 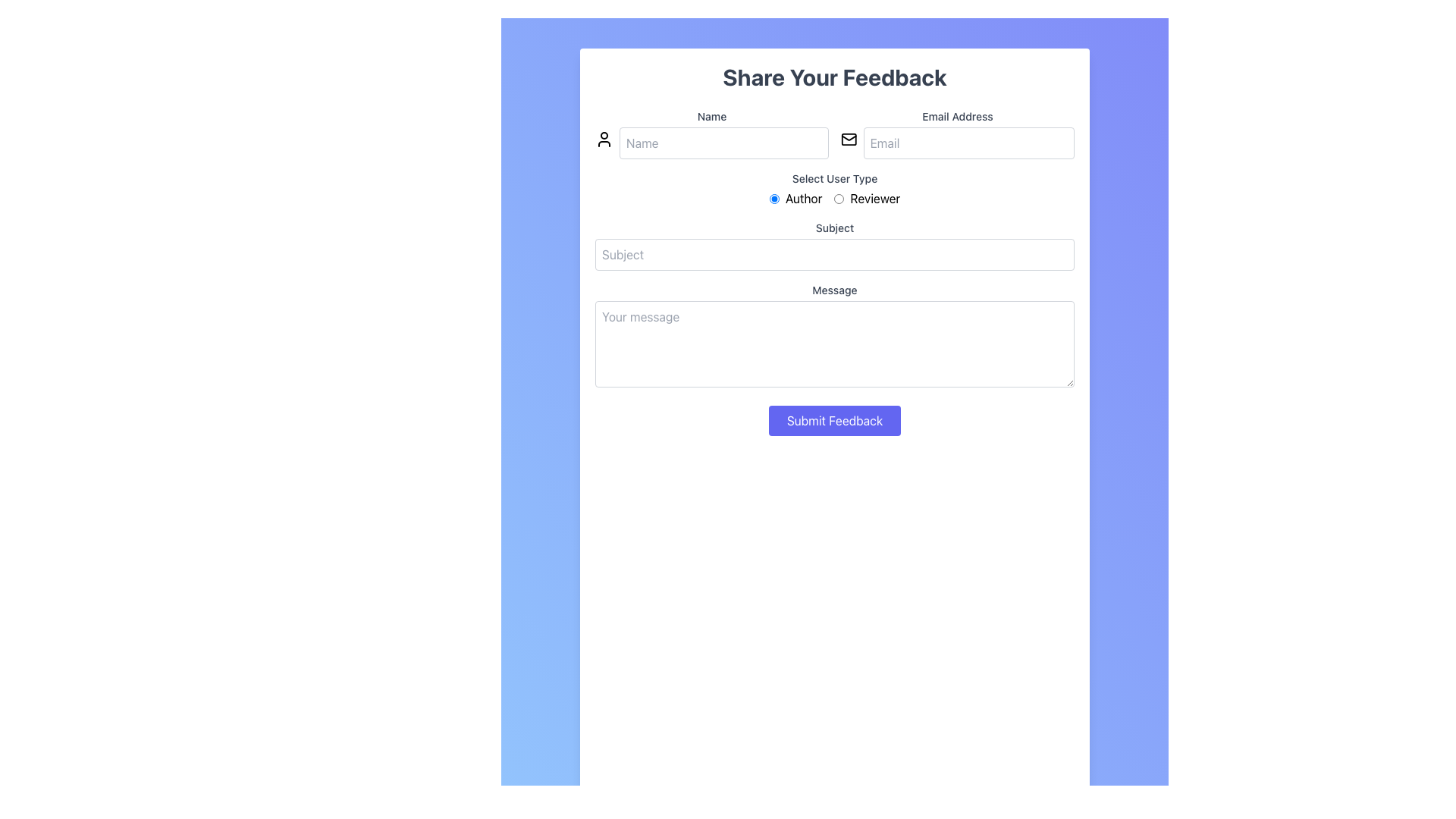 I want to click on the radio button, so click(x=838, y=198).